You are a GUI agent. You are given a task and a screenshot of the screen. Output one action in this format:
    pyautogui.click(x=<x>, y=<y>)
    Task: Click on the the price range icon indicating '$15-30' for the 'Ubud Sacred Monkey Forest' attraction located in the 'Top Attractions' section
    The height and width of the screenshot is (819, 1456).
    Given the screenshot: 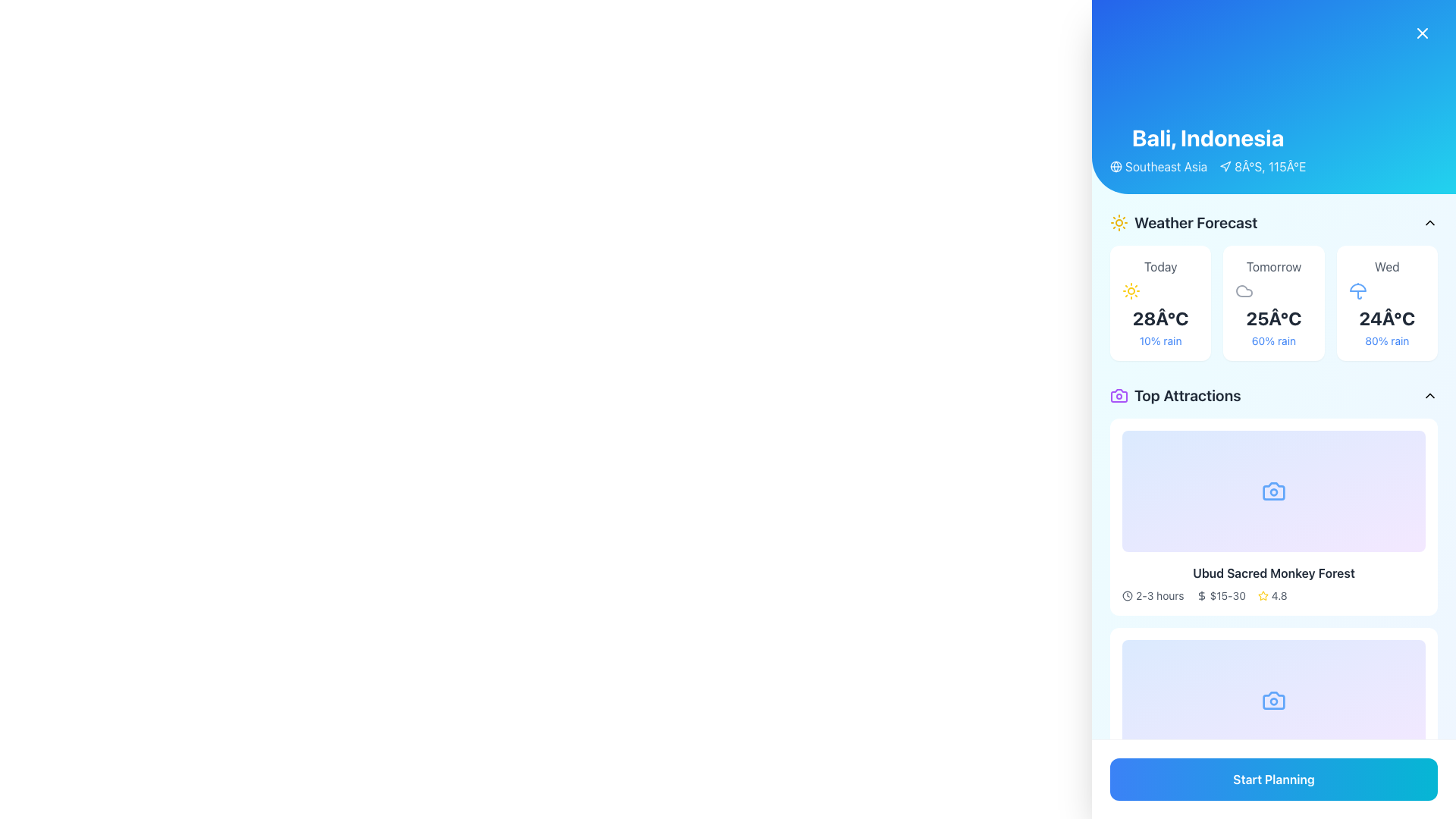 What is the action you would take?
    pyautogui.click(x=1200, y=595)
    